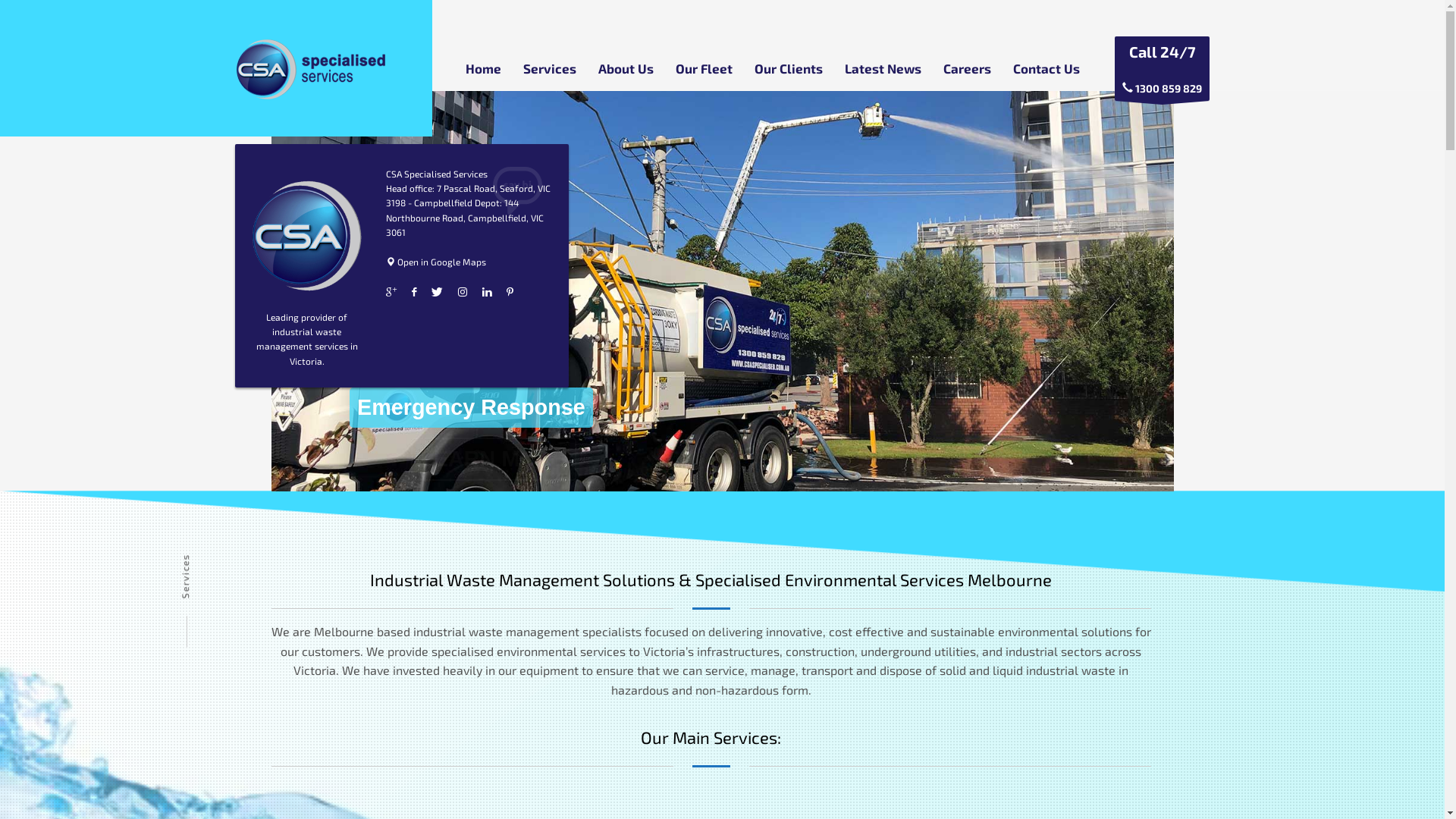  What do you see at coordinates (482, 67) in the screenshot?
I see `'Home'` at bounding box center [482, 67].